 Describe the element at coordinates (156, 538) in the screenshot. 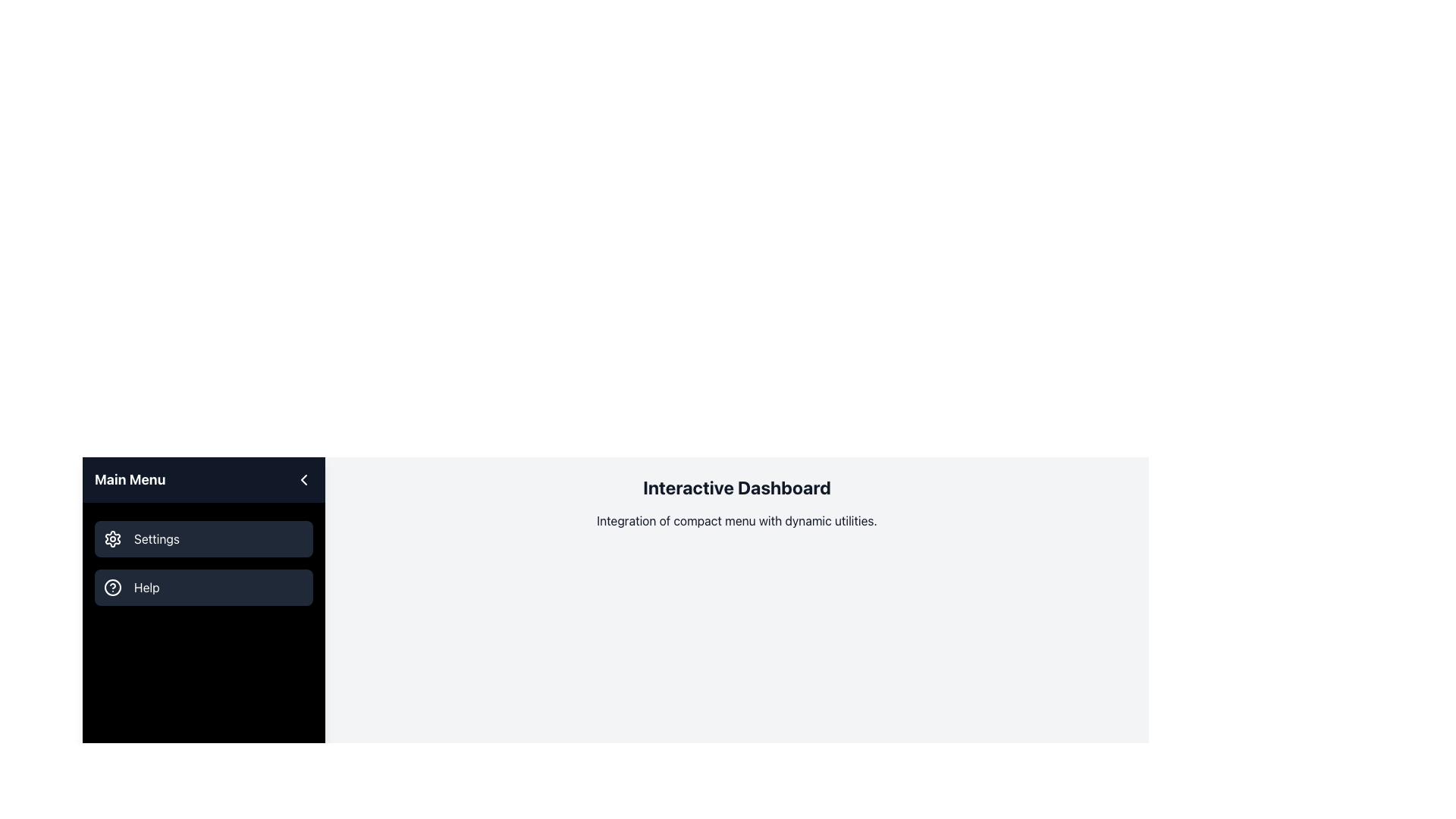

I see `static text label displaying the word 'Settings' in white font, which is aligned to the right of a settings icon` at that location.